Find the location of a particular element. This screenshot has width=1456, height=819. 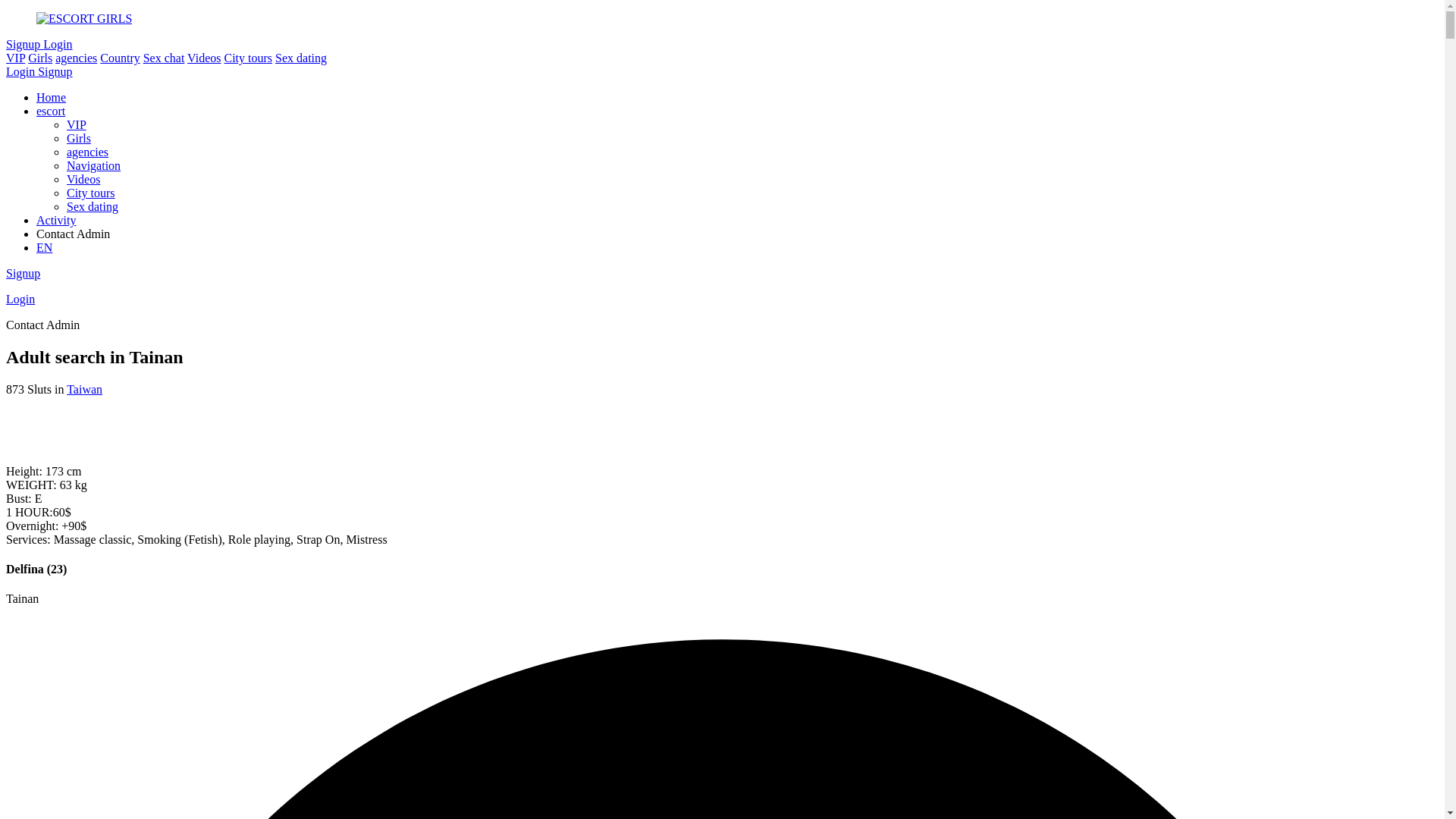

'City tours' is located at coordinates (247, 57).